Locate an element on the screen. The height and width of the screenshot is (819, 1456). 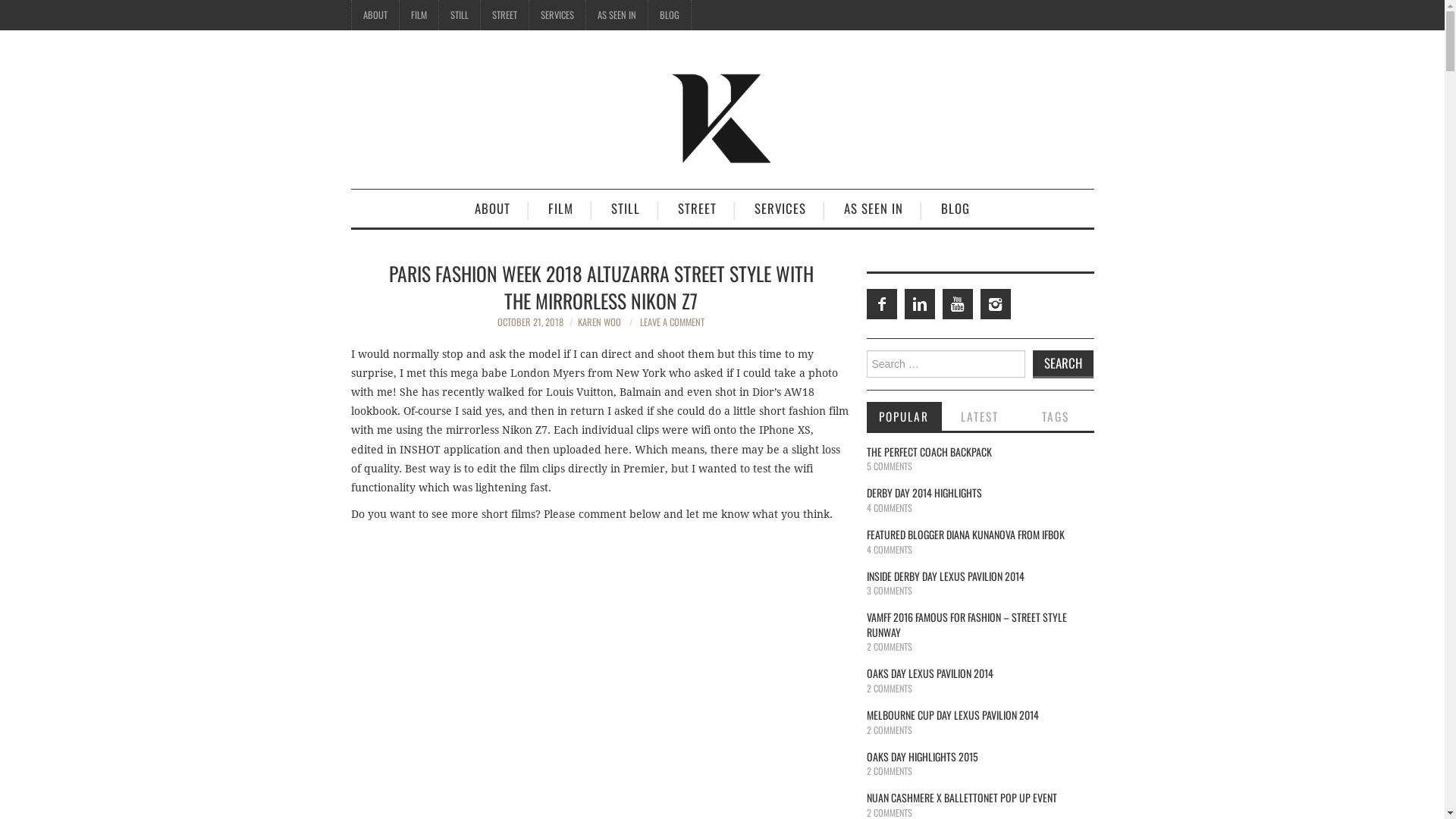
'LinkedIn' is located at coordinates (918, 304).